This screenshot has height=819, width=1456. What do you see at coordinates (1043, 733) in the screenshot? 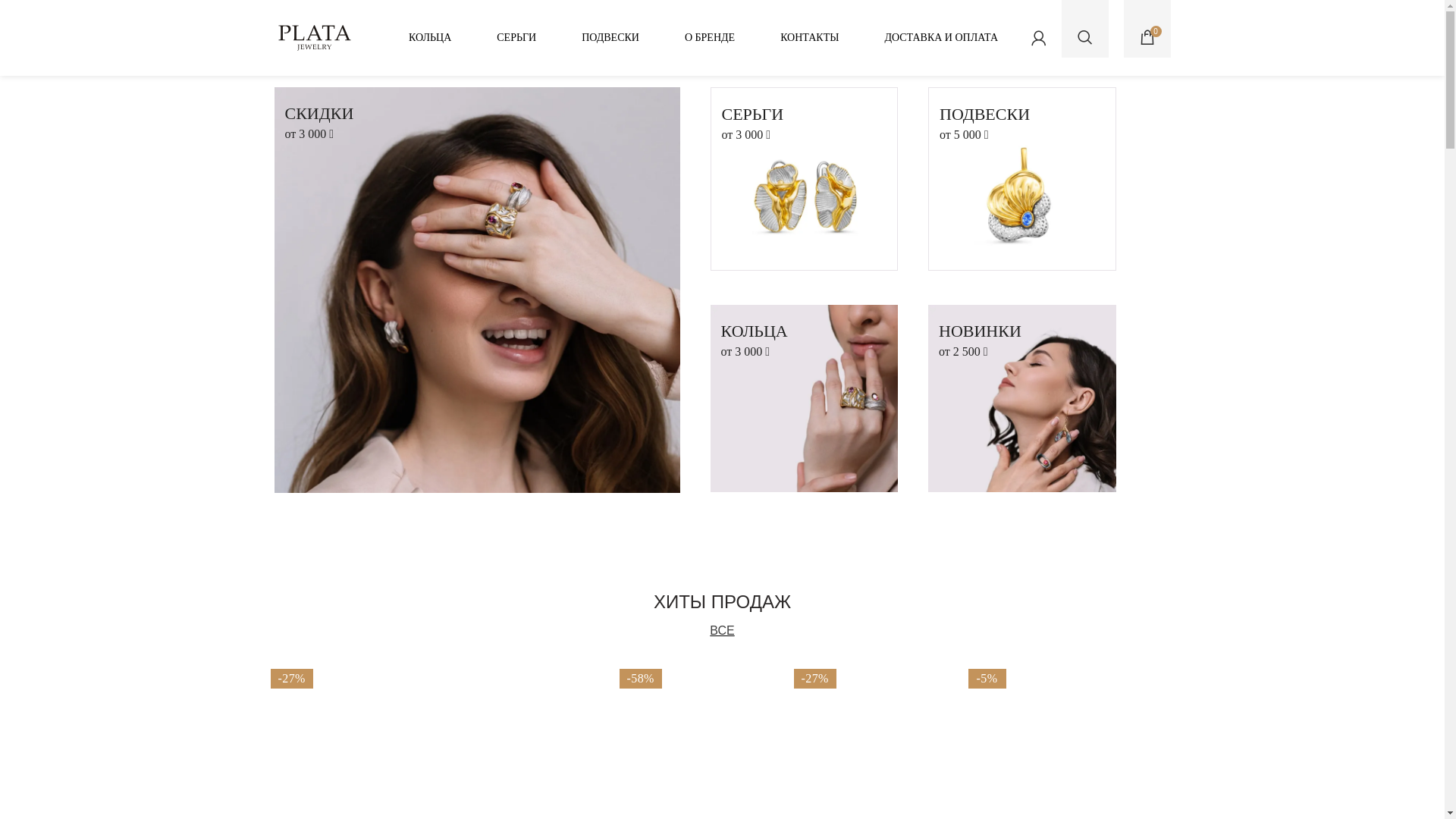
I see `'-5%'` at bounding box center [1043, 733].